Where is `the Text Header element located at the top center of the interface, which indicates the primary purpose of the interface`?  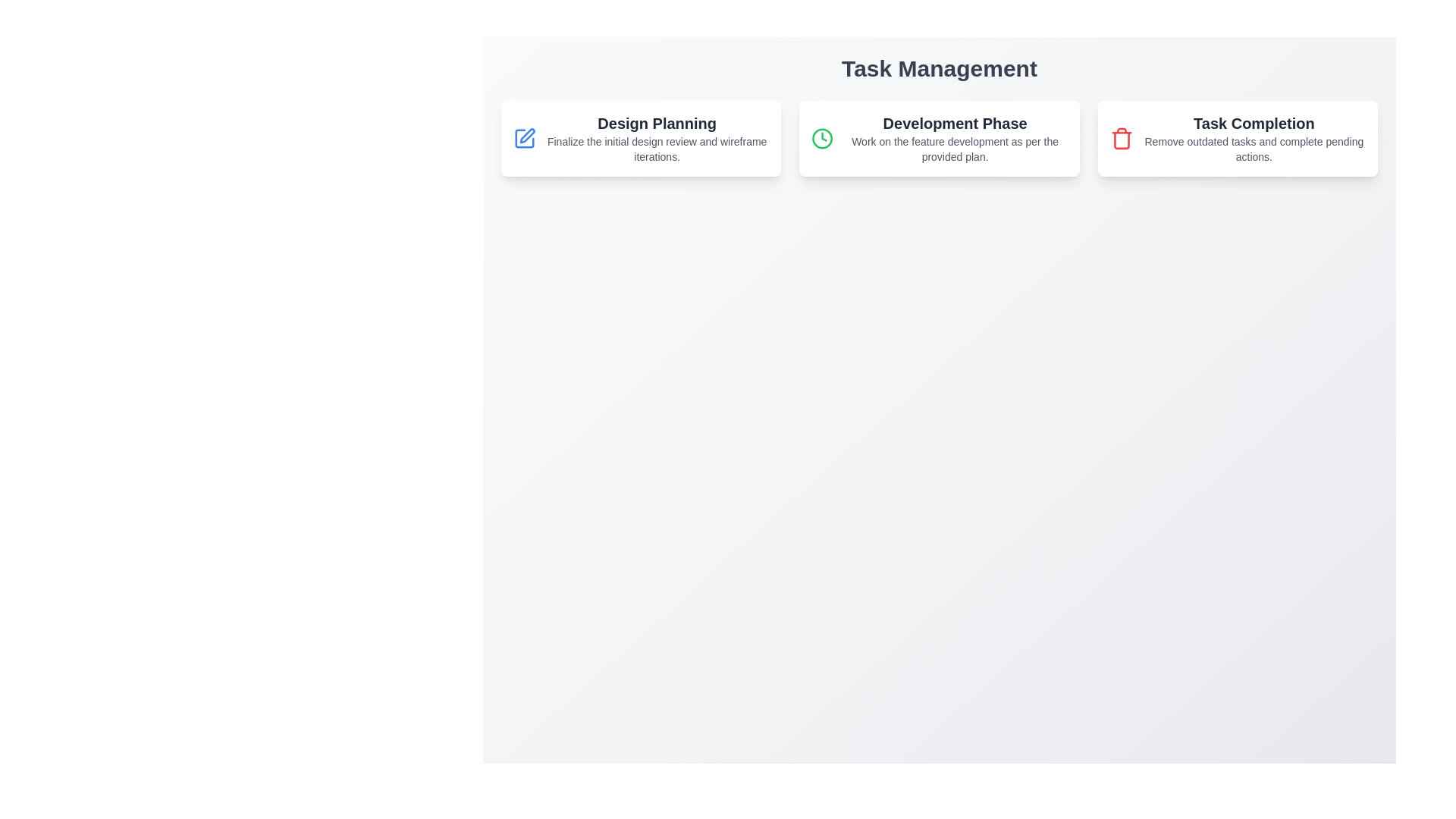
the Text Header element located at the top center of the interface, which indicates the primary purpose of the interface is located at coordinates (938, 69).